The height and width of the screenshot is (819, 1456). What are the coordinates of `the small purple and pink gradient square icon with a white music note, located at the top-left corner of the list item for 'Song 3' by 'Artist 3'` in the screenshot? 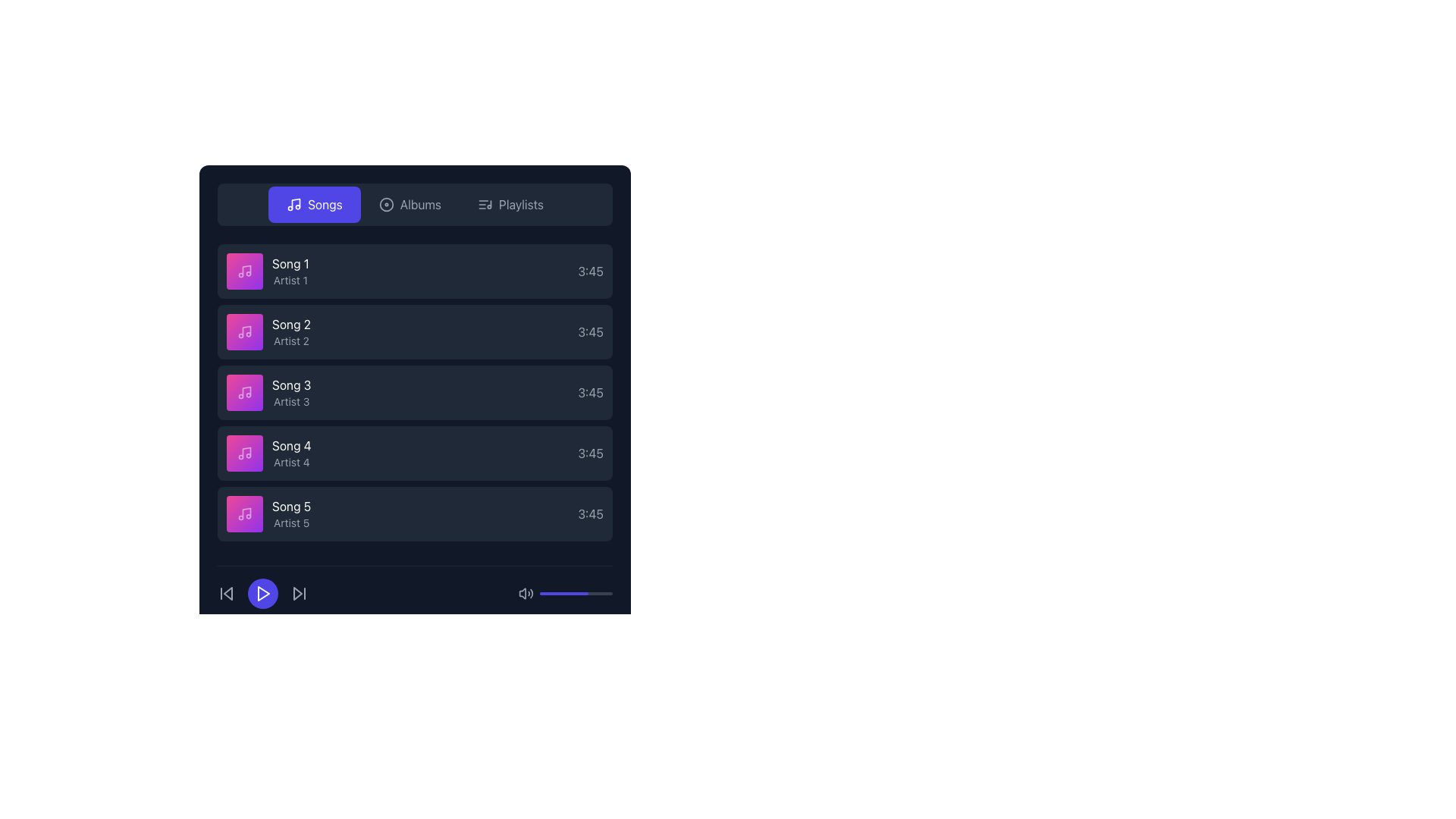 It's located at (244, 391).